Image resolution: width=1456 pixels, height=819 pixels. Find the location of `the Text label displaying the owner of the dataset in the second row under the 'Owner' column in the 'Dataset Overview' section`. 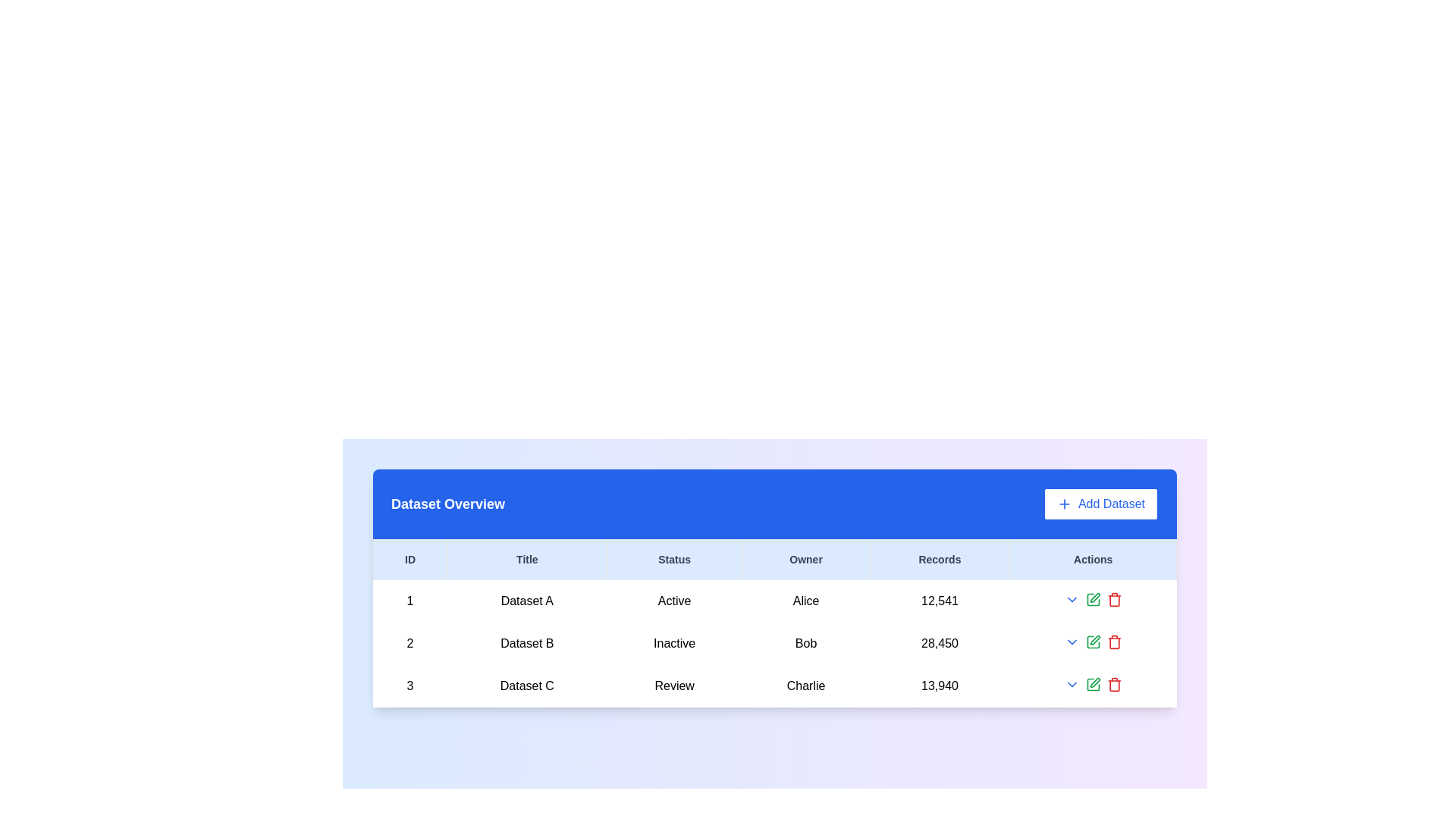

the Text label displaying the owner of the dataset in the second row under the 'Owner' column in the 'Dataset Overview' section is located at coordinates (805, 643).